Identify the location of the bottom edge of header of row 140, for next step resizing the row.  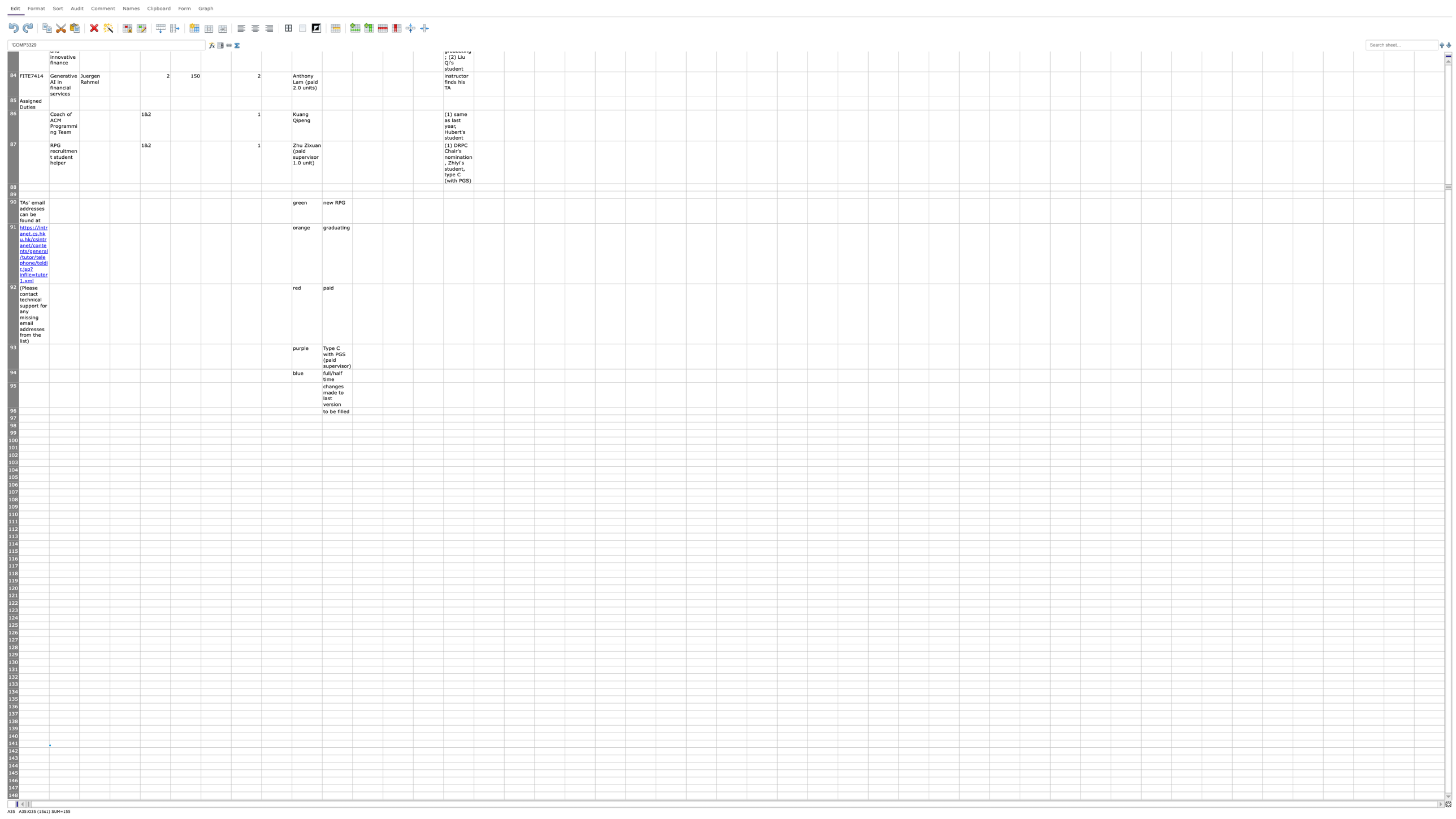
(13, 740).